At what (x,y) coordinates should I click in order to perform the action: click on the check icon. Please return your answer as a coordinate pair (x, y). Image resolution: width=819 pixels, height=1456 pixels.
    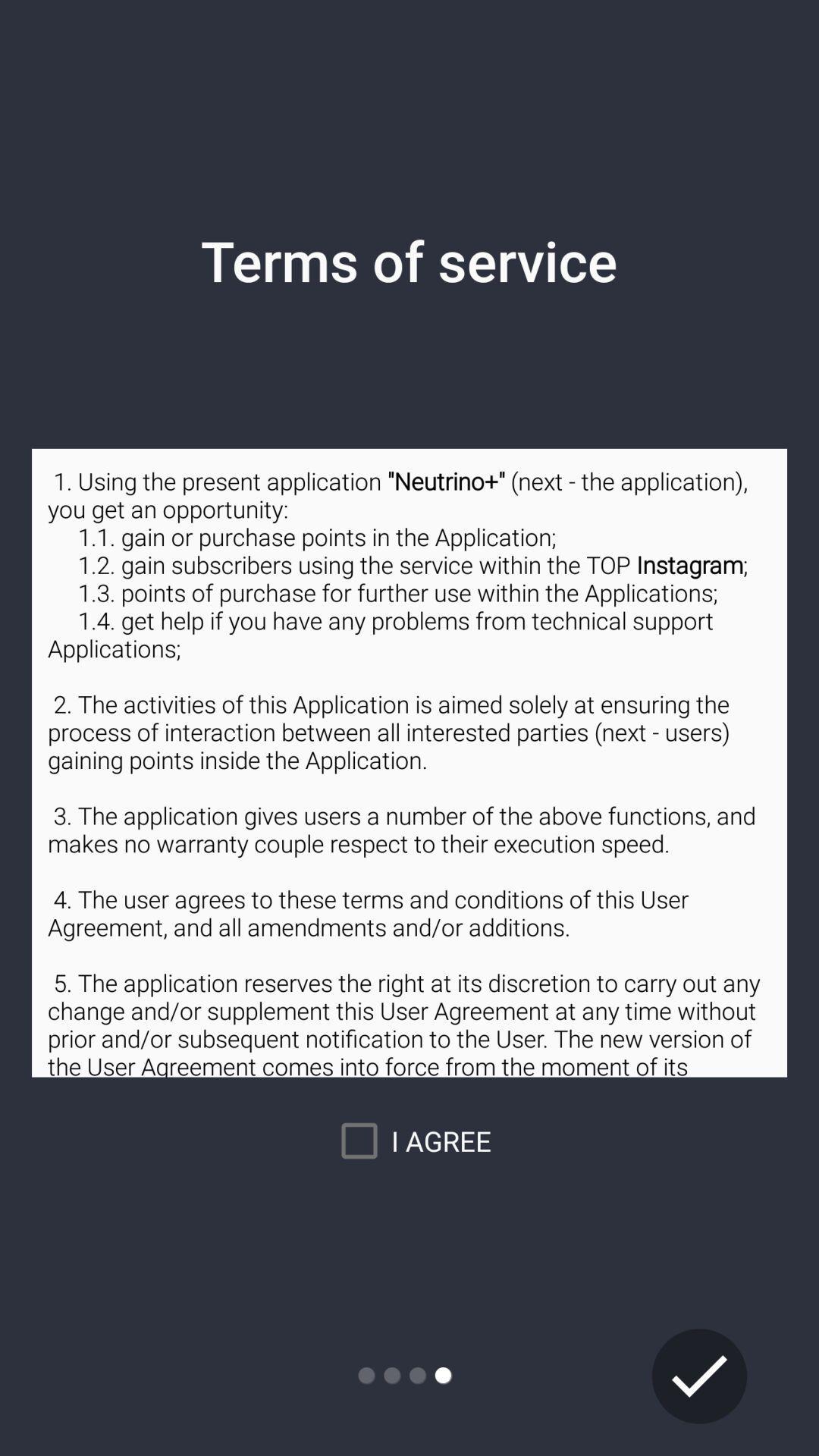
    Looking at the image, I should click on (699, 1376).